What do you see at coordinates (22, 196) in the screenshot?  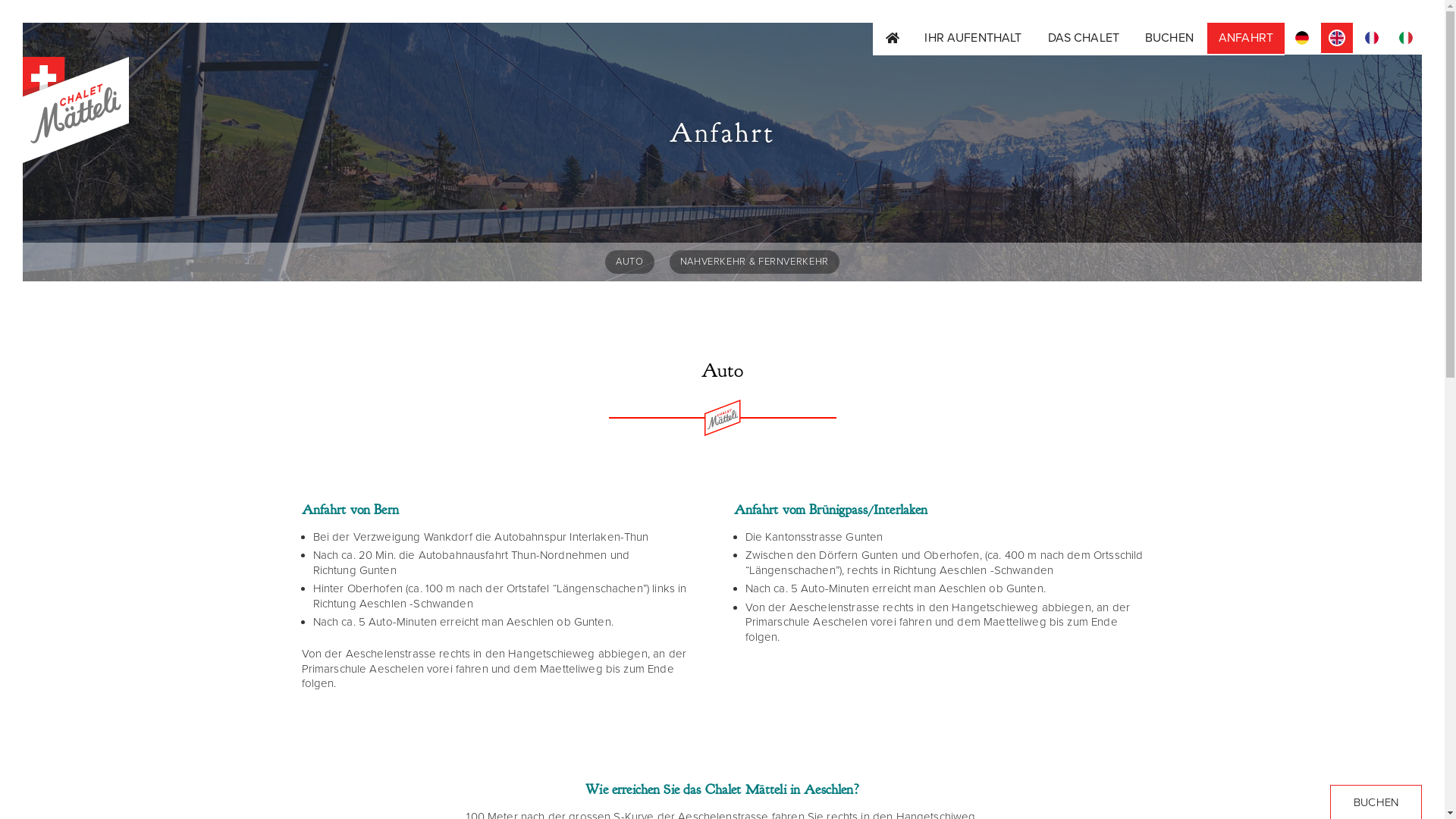 I see `'CHALET MATTELI'` at bounding box center [22, 196].